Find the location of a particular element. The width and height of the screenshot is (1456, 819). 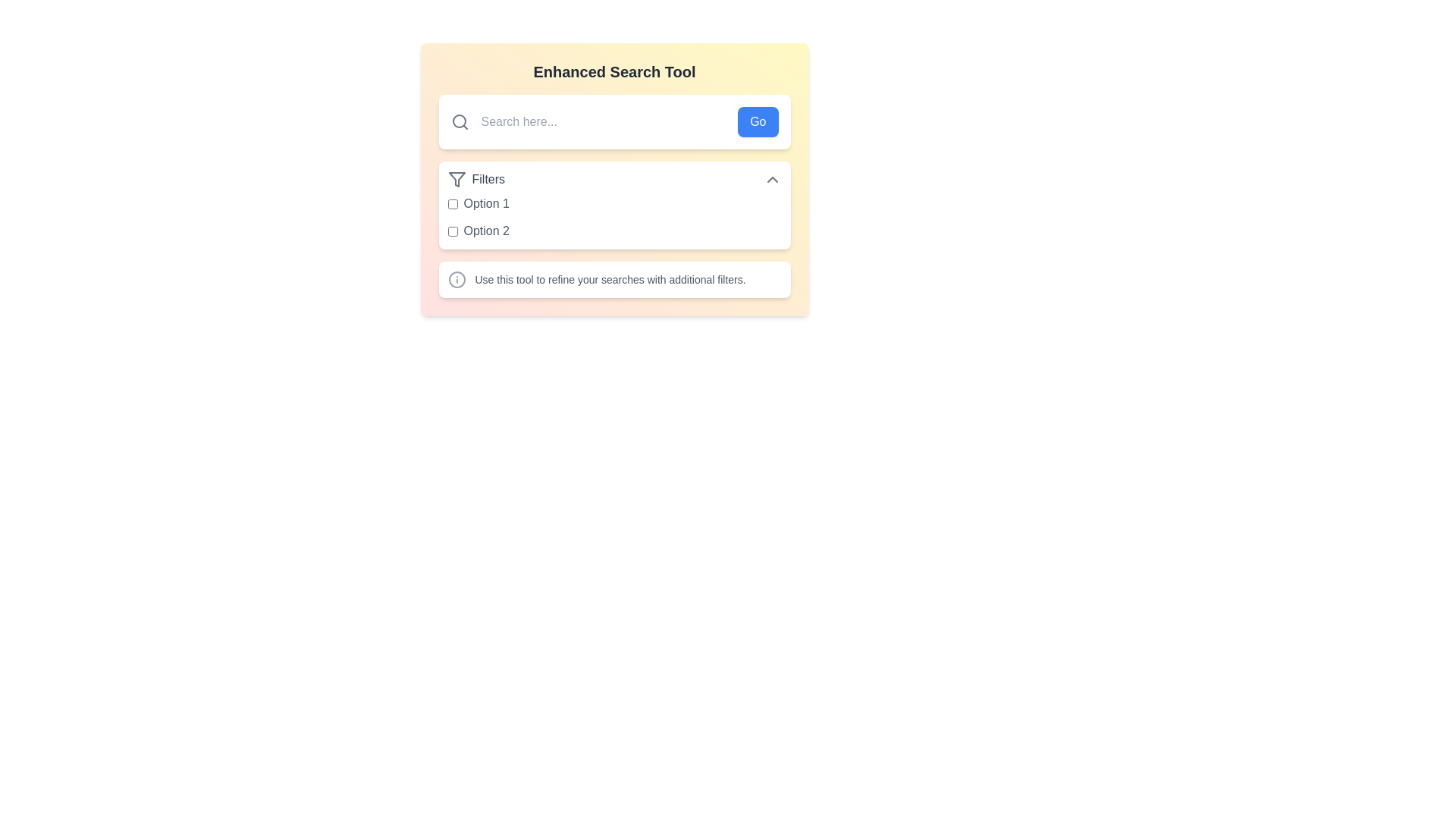

the checkbox labeled 'Option 1' in the 'Enhanced Search Tool' interface is located at coordinates (451, 203).